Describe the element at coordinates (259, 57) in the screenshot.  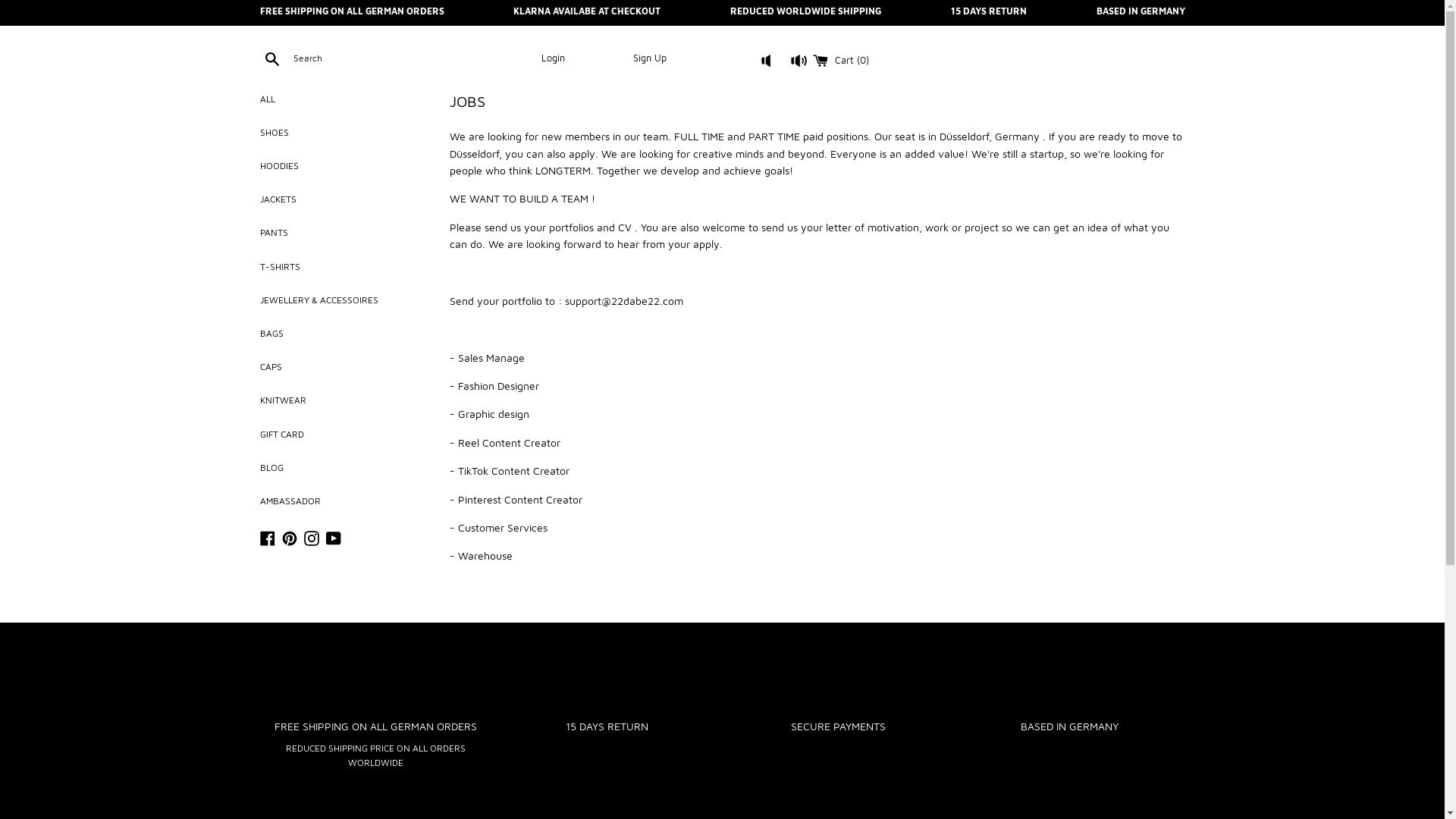
I see `'Search'` at that location.